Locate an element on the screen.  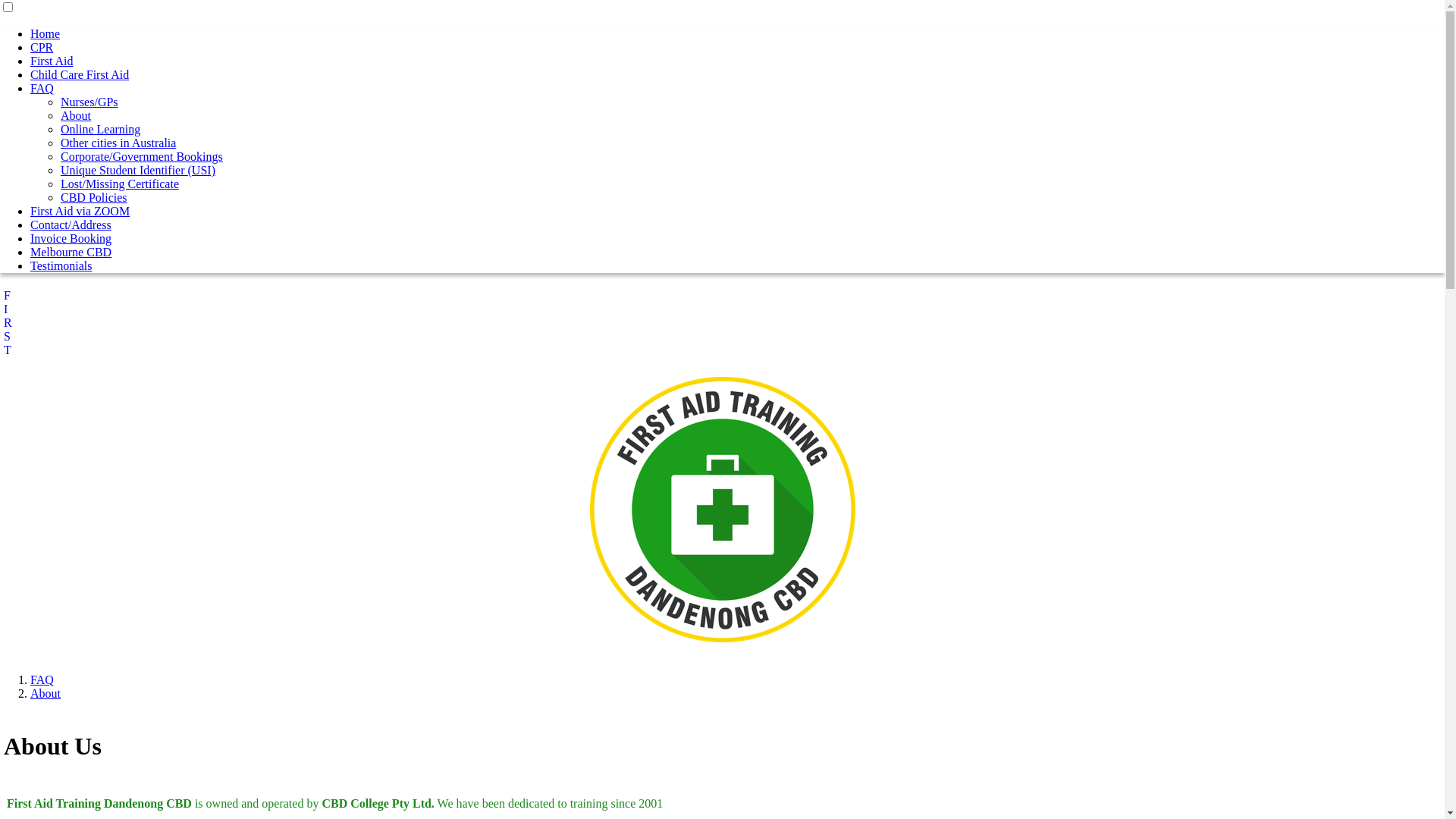
'First Aid via ZOOM' is located at coordinates (79, 211).